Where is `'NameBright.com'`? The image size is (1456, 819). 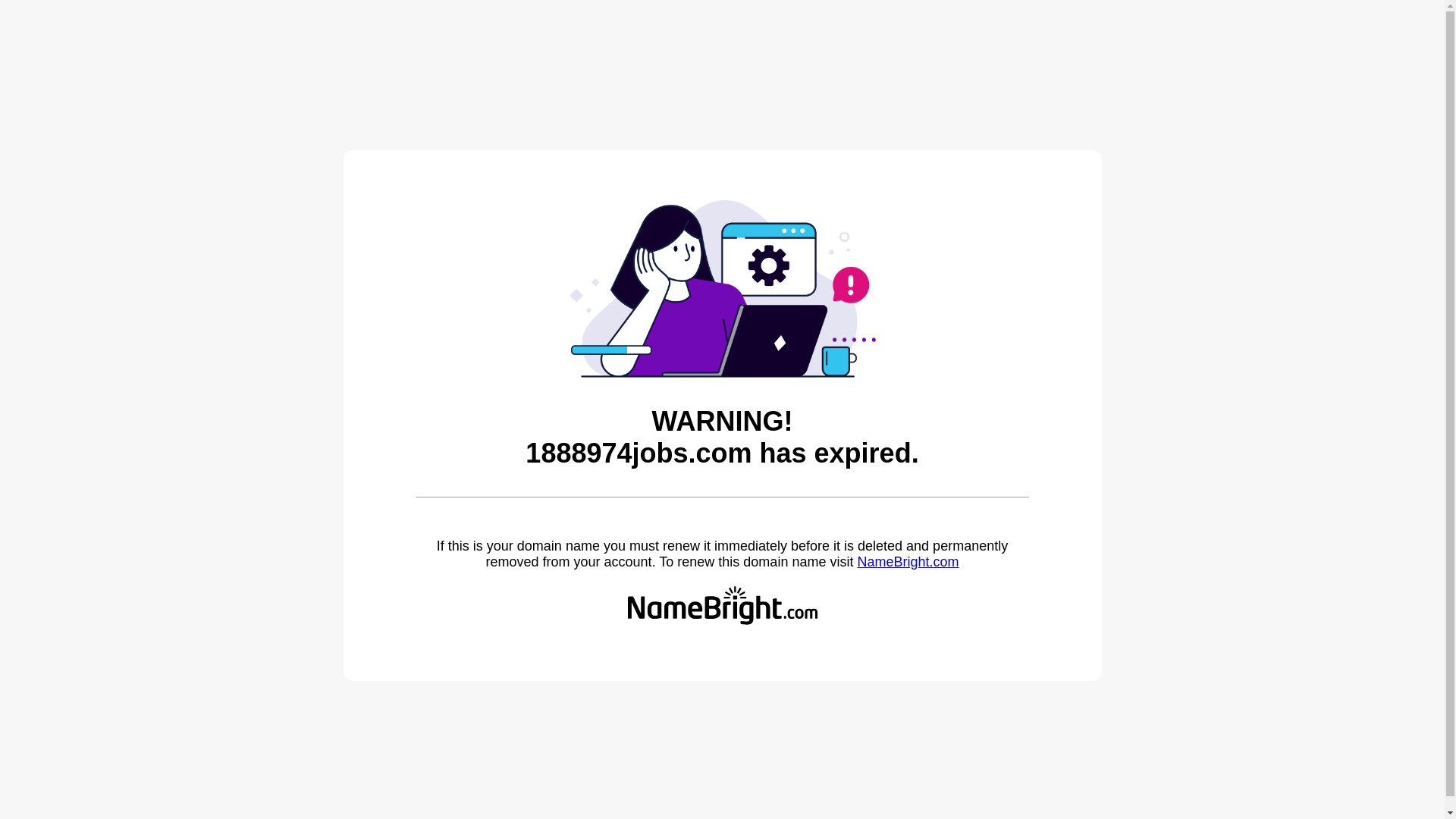 'NameBright.com' is located at coordinates (907, 561).